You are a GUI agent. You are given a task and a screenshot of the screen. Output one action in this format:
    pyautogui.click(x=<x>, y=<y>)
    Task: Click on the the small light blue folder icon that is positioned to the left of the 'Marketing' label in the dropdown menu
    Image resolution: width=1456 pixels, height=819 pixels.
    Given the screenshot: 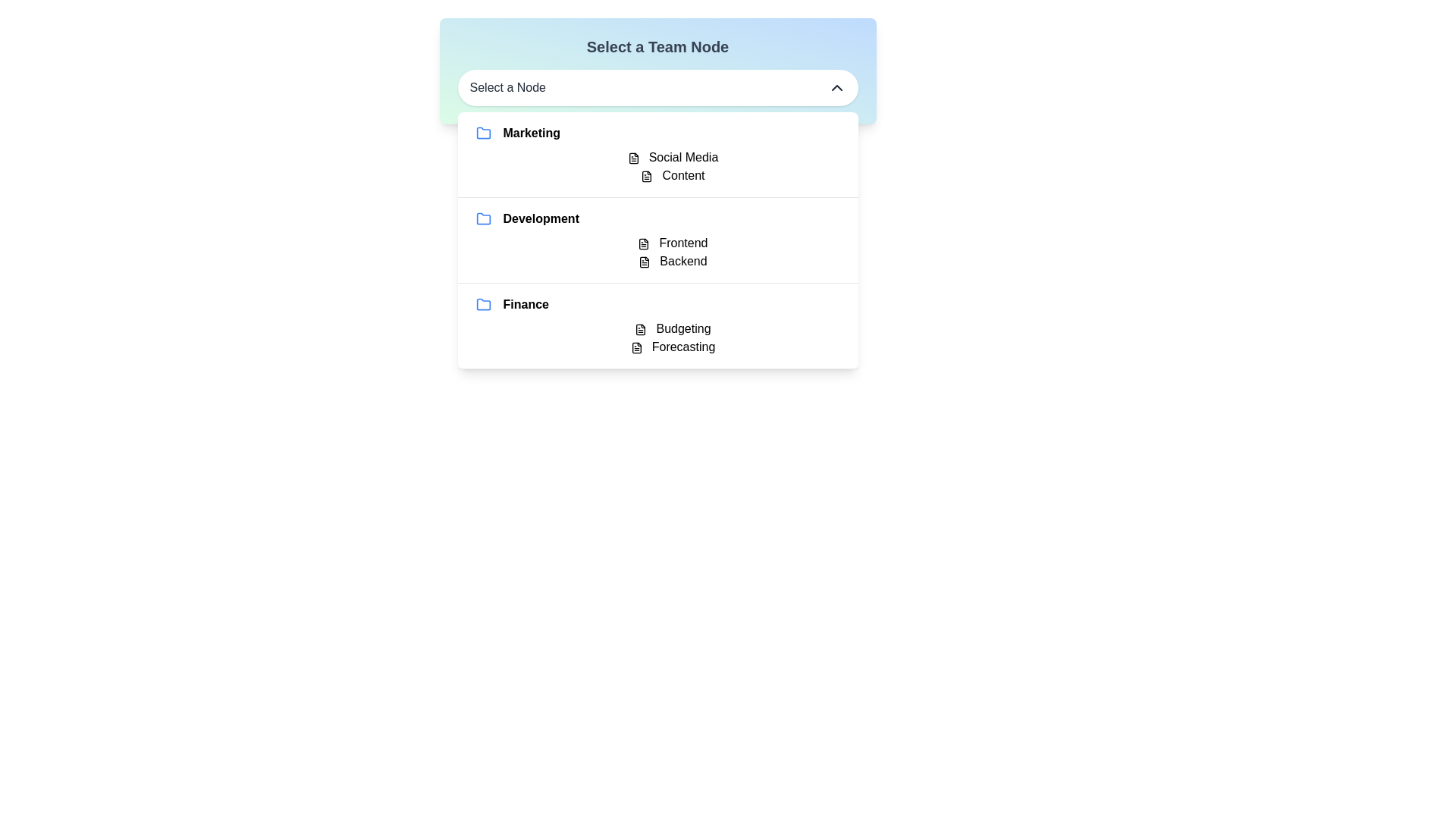 What is the action you would take?
    pyautogui.click(x=482, y=133)
    